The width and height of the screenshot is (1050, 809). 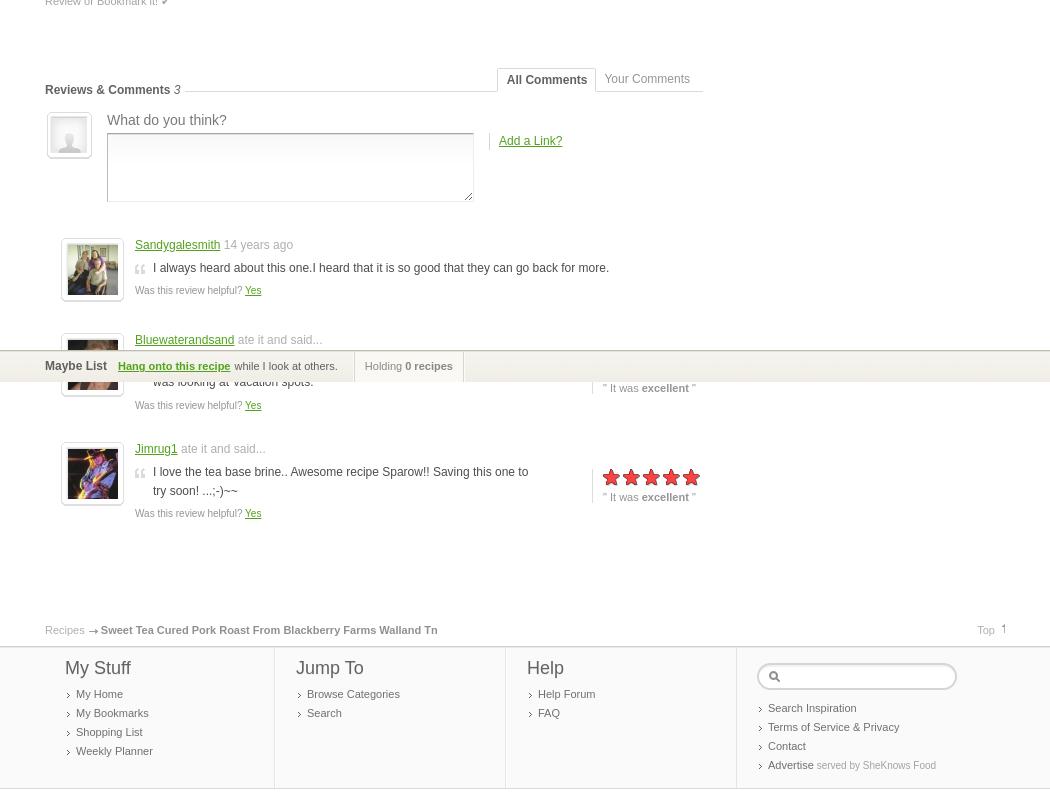 I want to click on 'All Comments', so click(x=546, y=80).